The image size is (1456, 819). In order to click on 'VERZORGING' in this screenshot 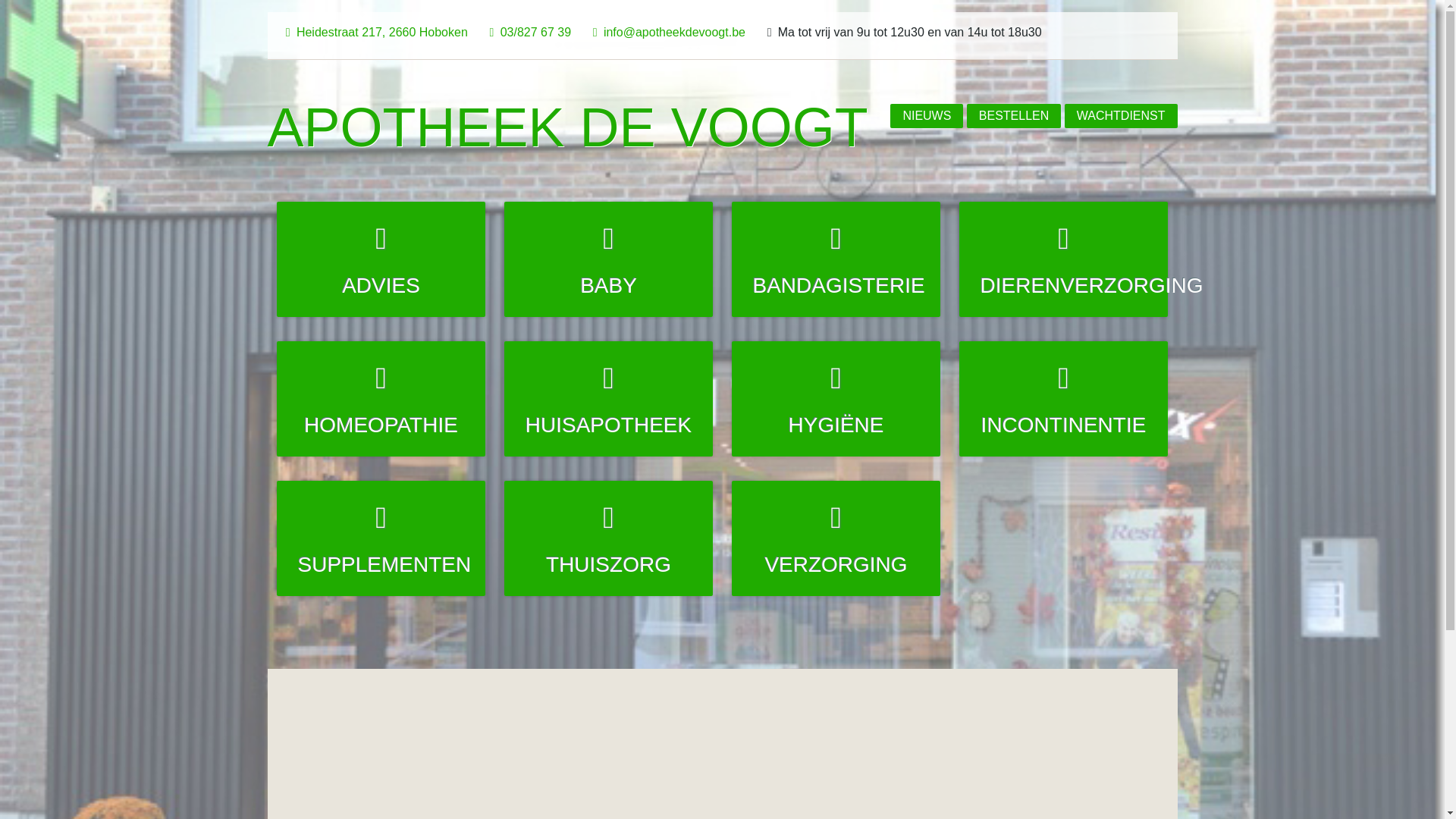, I will do `click(835, 537)`.